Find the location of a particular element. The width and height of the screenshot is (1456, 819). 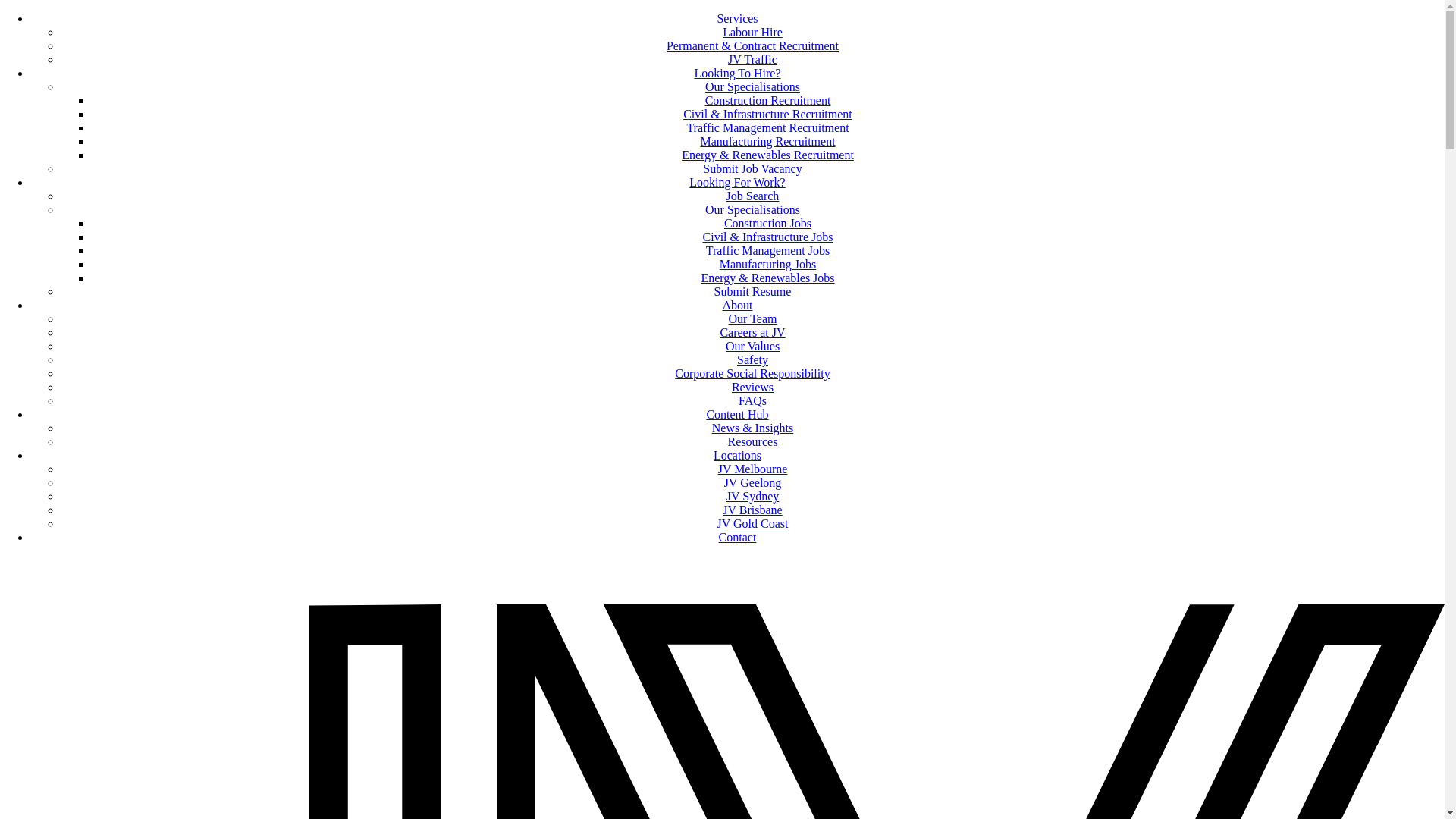

'Manufacturing Recruitment' is located at coordinates (698, 141).